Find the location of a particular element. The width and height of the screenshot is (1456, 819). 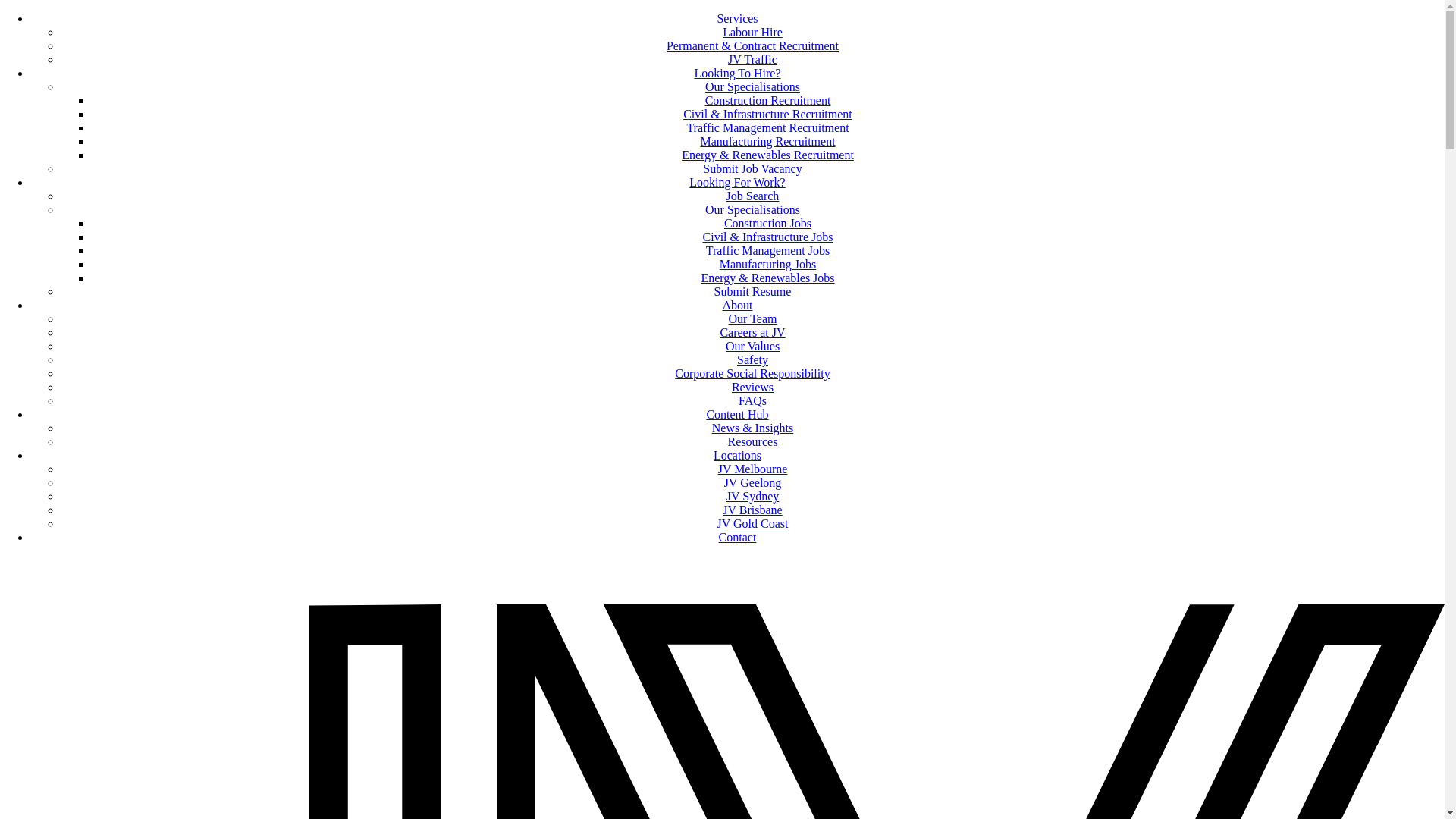

'Manufacturing Recruitment' is located at coordinates (698, 141).